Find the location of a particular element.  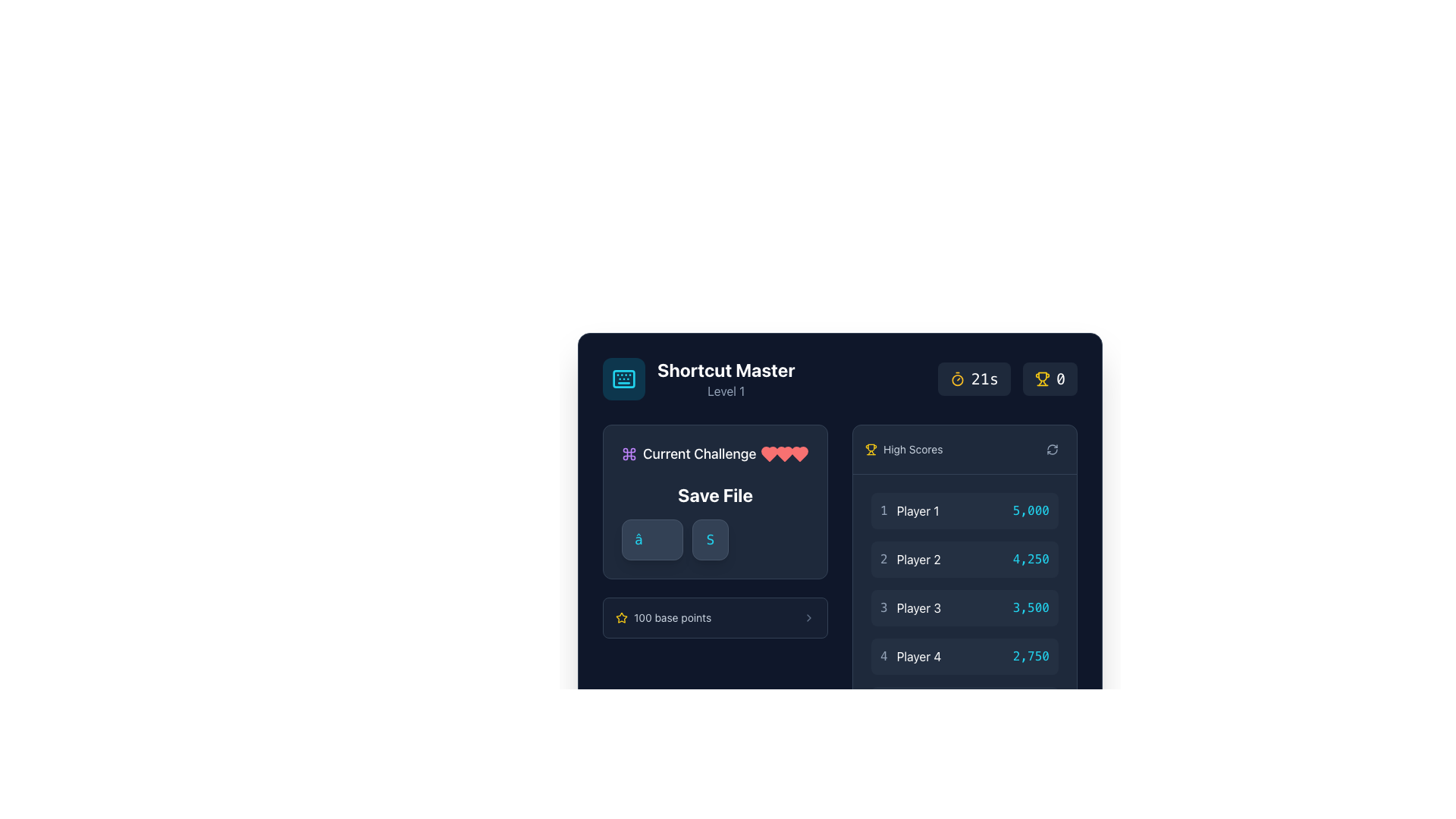

the text label displaying the name of the third player in the high scores list, which is located between the rank '3' and the score '3,500' is located at coordinates (910, 607).